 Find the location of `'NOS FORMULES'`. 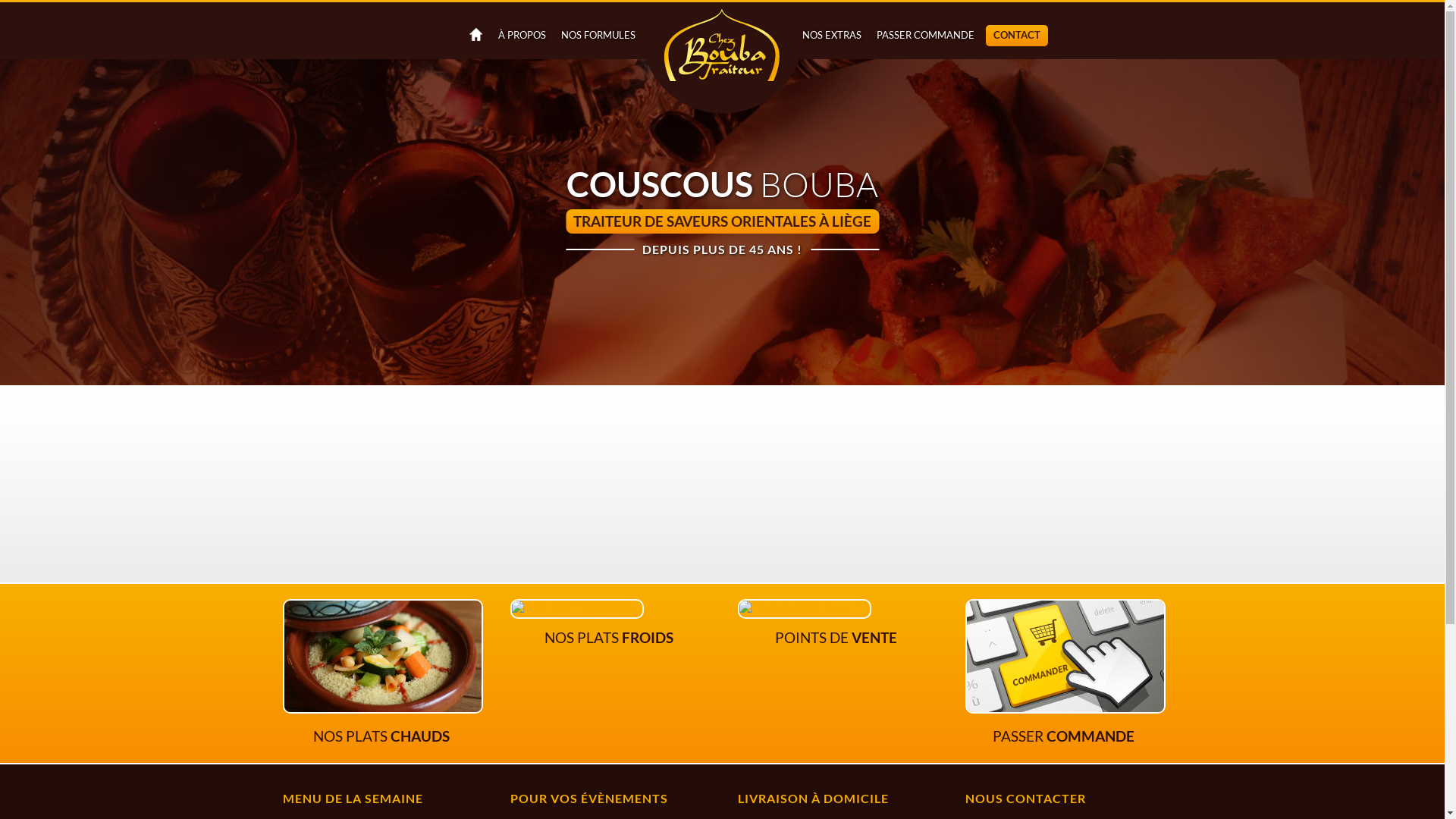

'NOS FORMULES' is located at coordinates (552, 34).